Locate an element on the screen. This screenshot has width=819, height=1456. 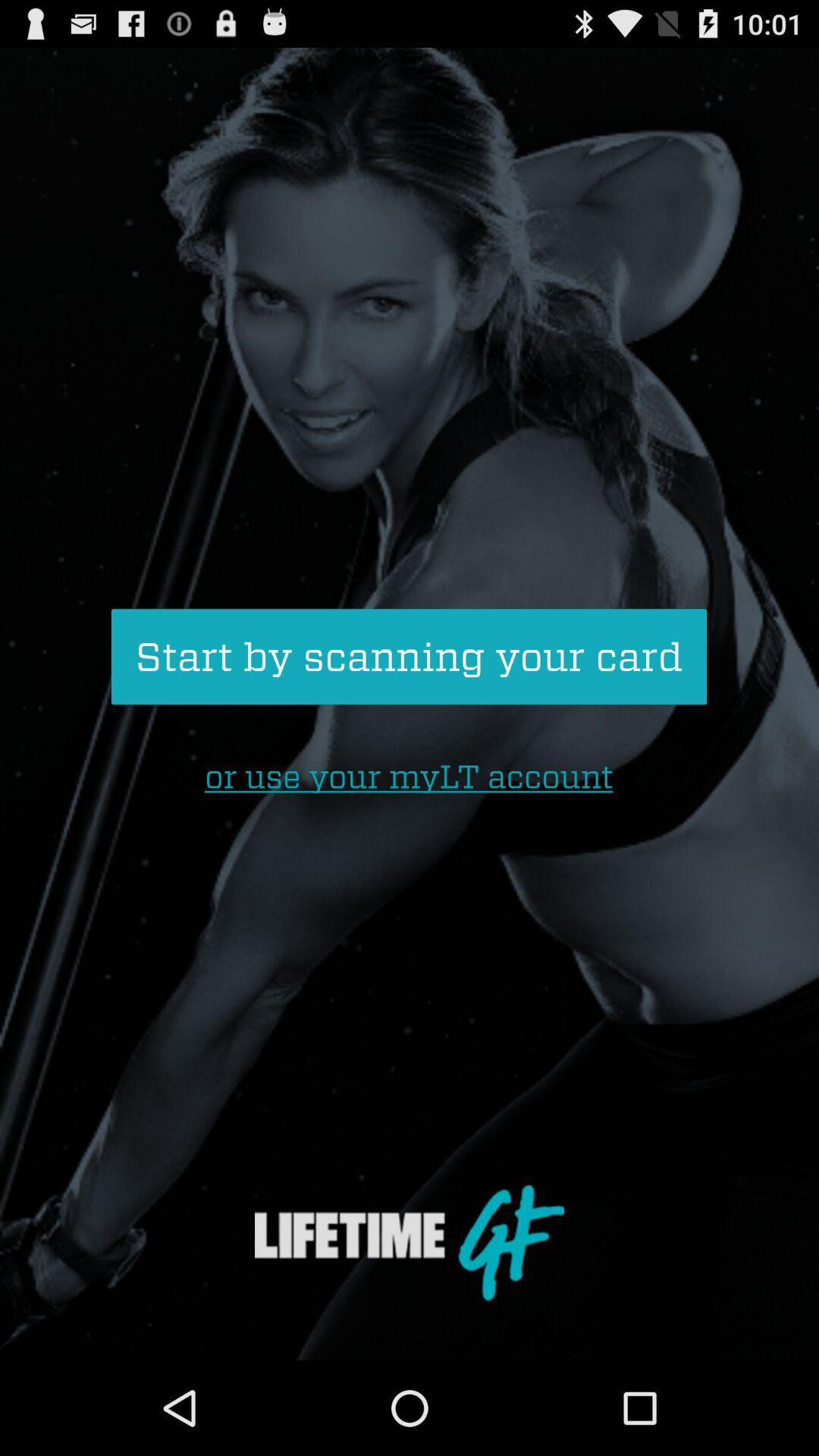
or use your icon is located at coordinates (408, 777).